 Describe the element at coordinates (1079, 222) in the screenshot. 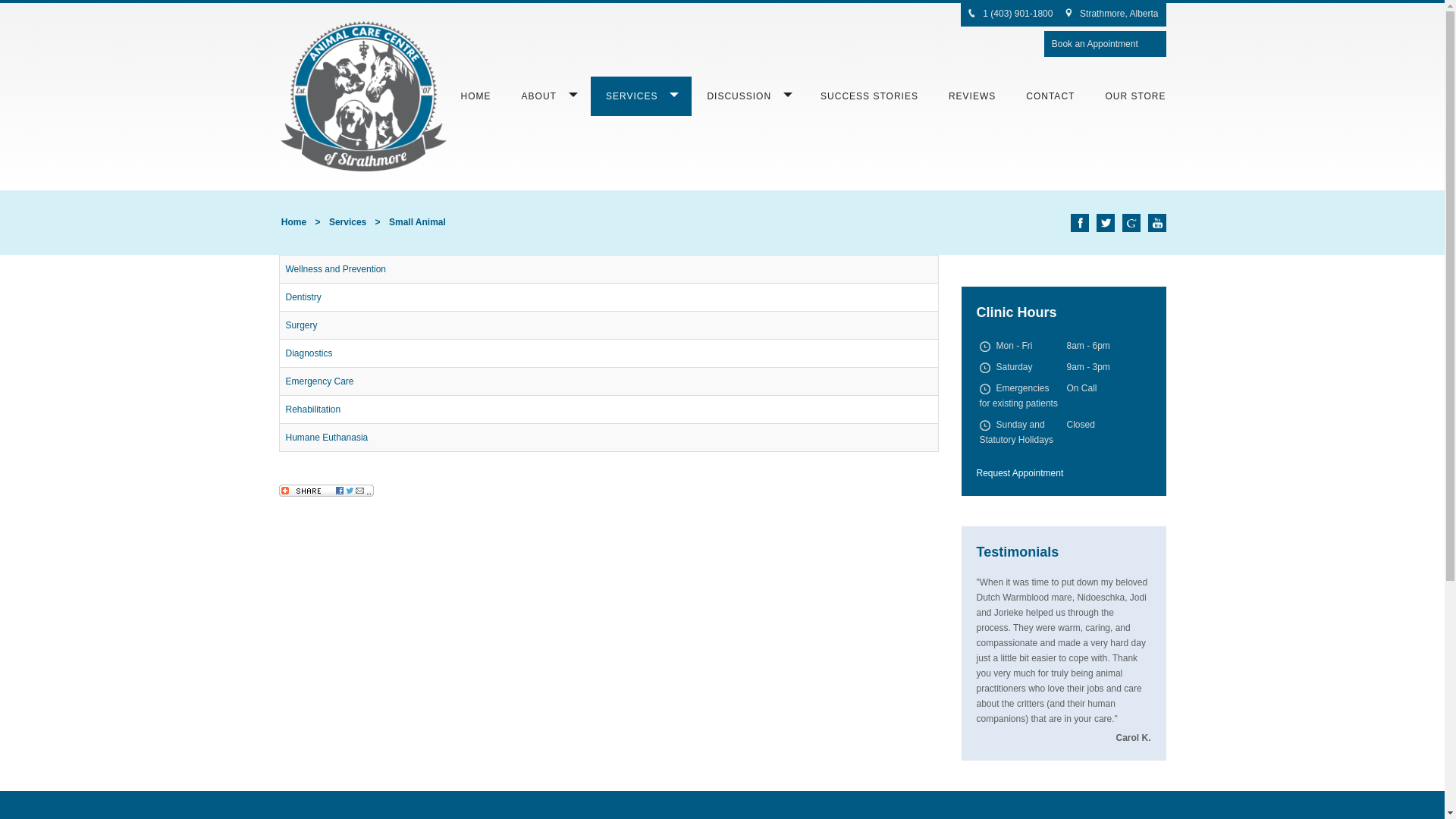

I see `'Facebook'` at that location.